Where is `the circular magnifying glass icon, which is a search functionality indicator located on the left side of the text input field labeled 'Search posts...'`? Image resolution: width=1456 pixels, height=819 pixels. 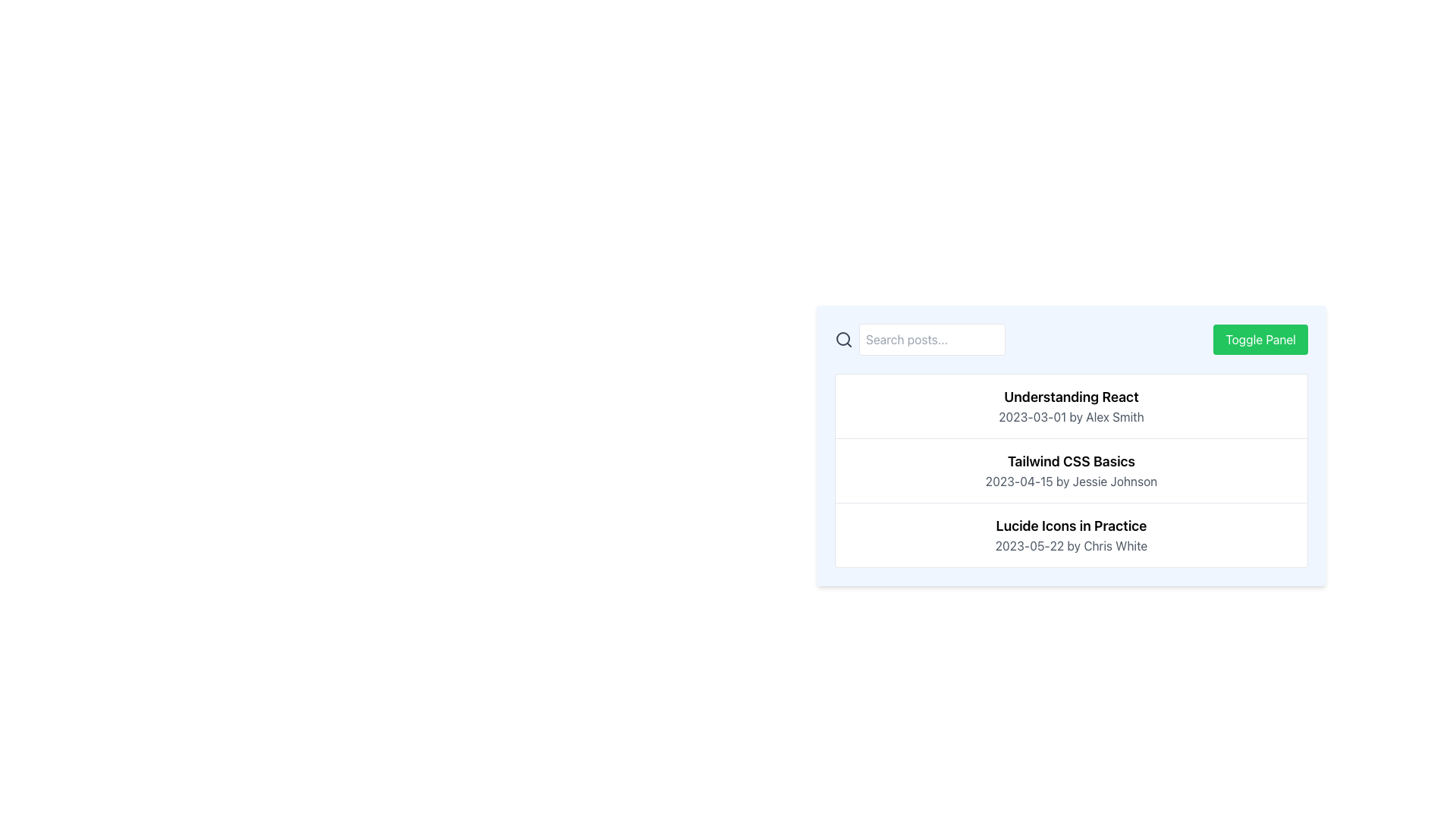 the circular magnifying glass icon, which is a search functionality indicator located on the left side of the text input field labeled 'Search posts...' is located at coordinates (843, 338).